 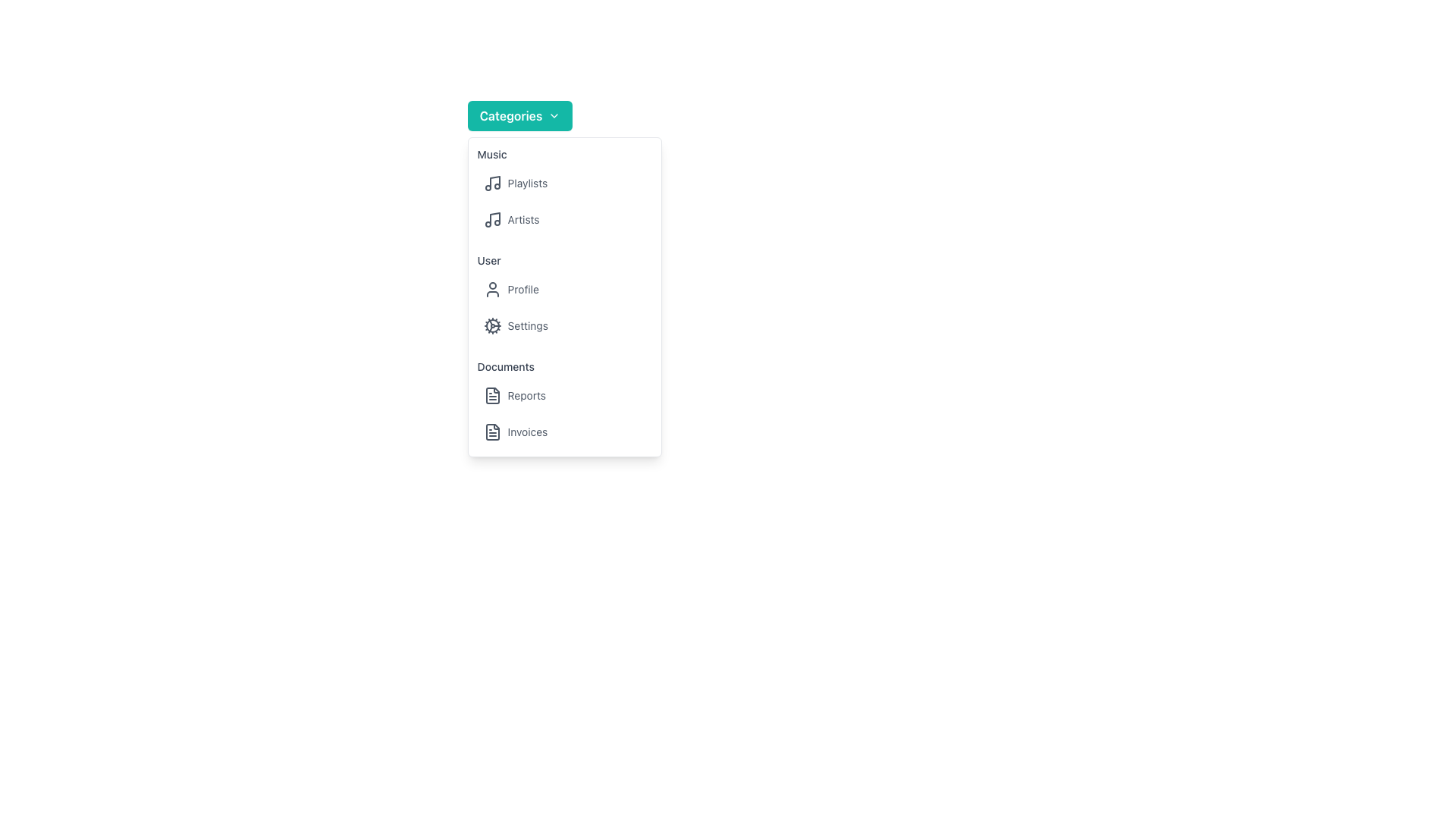 I want to click on the button that triggers the dropdown menu to observe its highlight effect, so click(x=520, y=115).